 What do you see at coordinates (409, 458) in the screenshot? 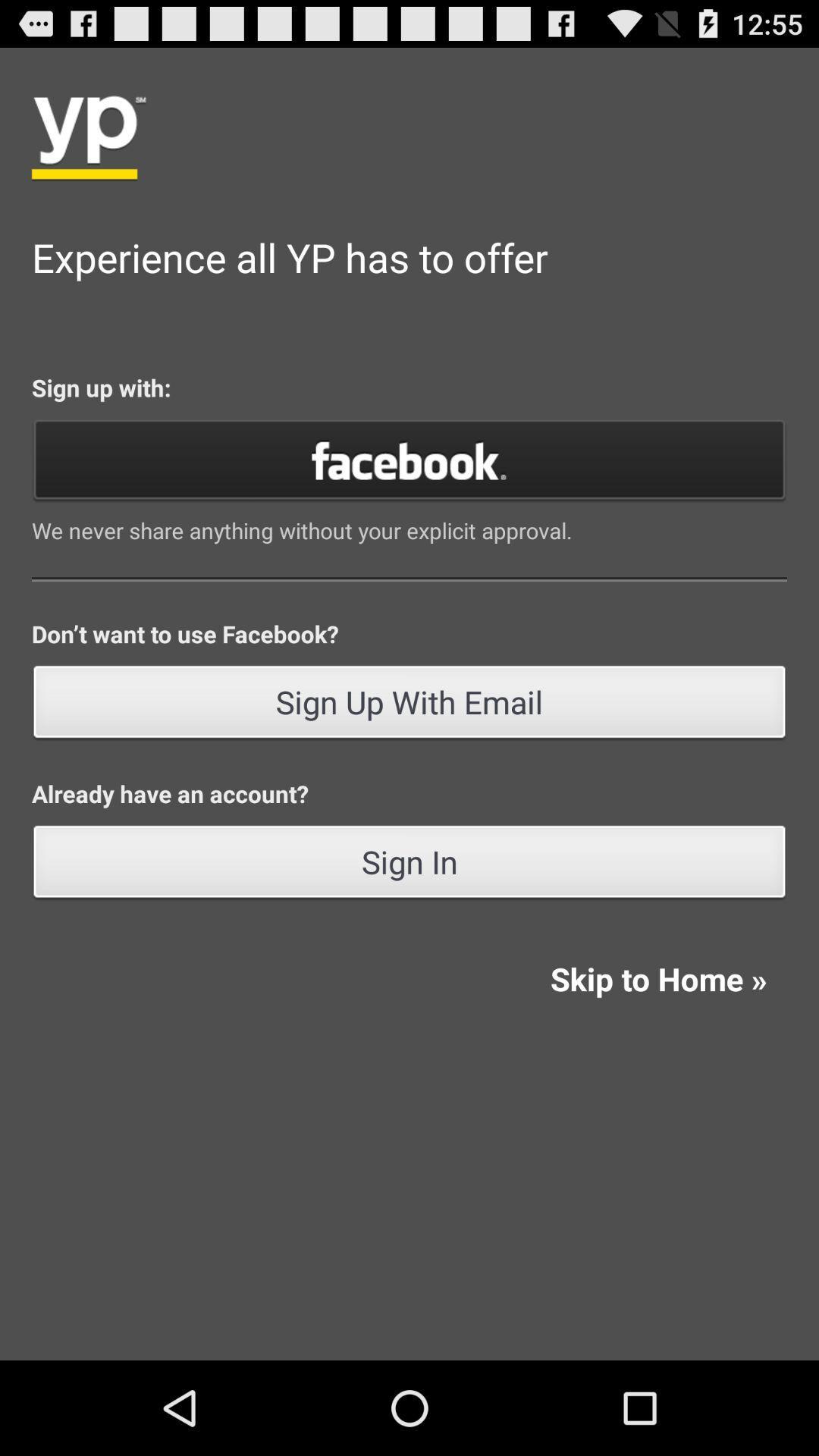
I see `sign up with facebook button` at bounding box center [409, 458].